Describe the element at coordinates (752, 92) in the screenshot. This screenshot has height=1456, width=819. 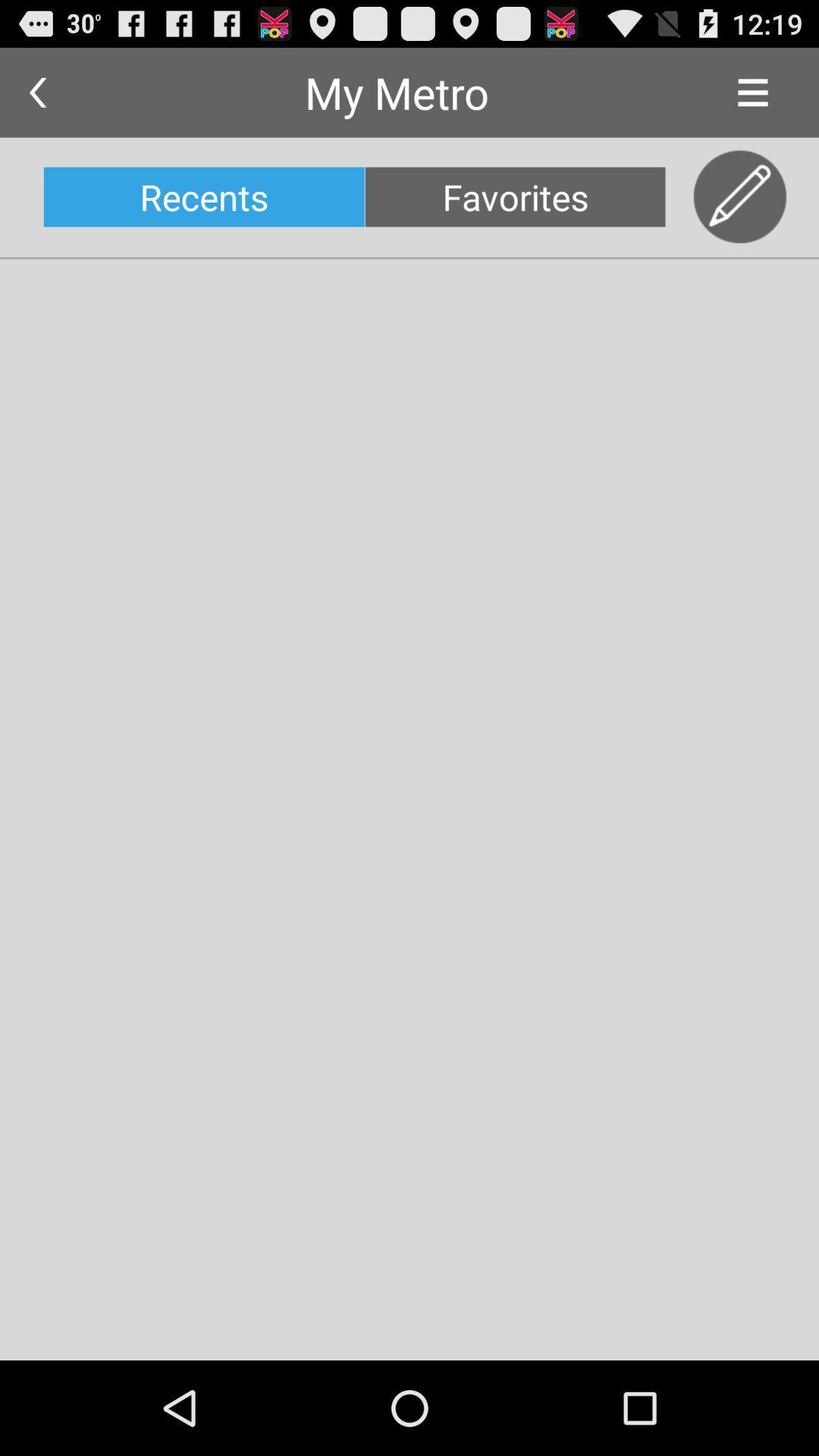
I see `icon next to the my metro icon` at that location.